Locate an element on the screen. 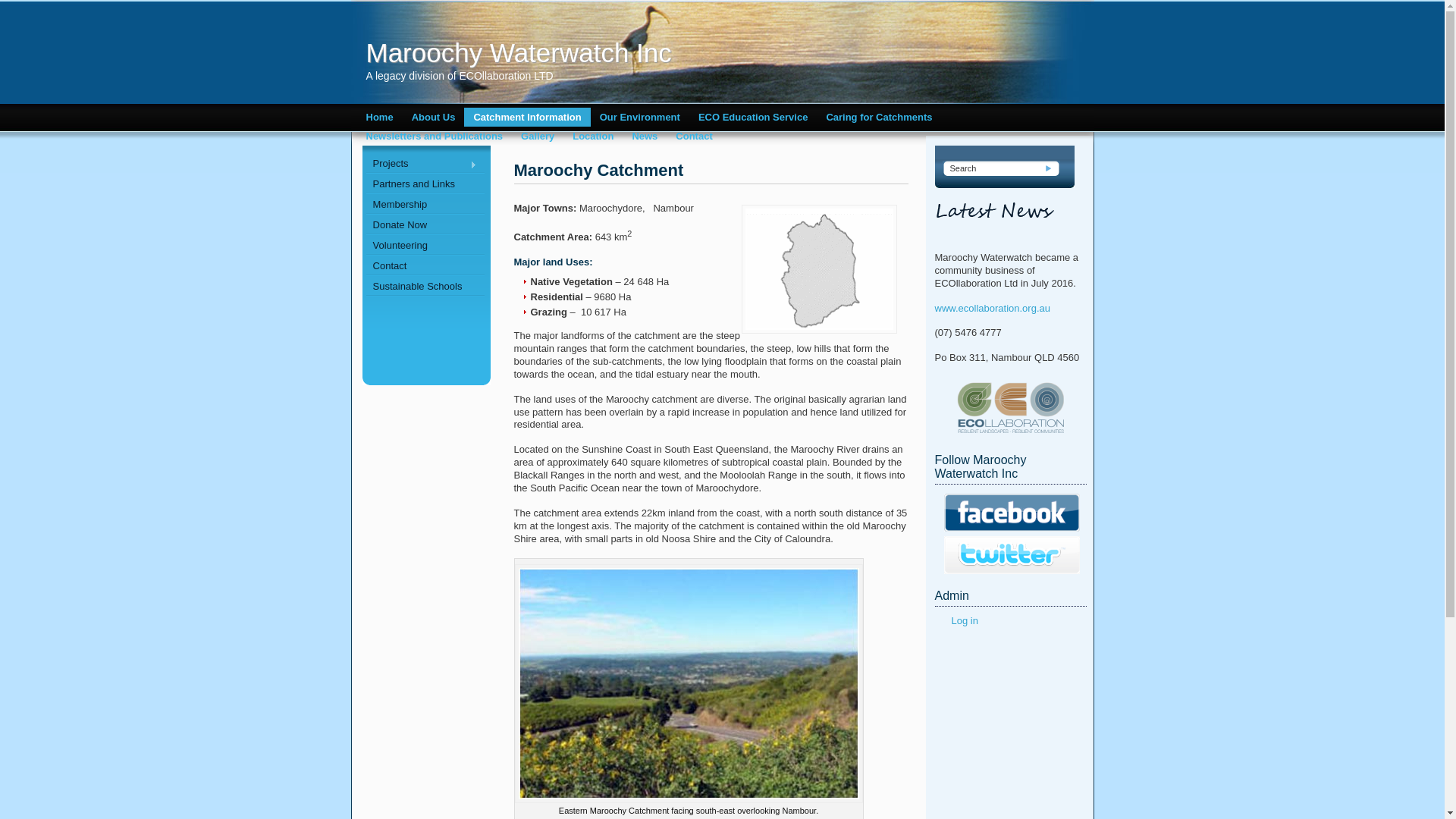 The image size is (1456, 819). 'Contact' is located at coordinates (425, 265).